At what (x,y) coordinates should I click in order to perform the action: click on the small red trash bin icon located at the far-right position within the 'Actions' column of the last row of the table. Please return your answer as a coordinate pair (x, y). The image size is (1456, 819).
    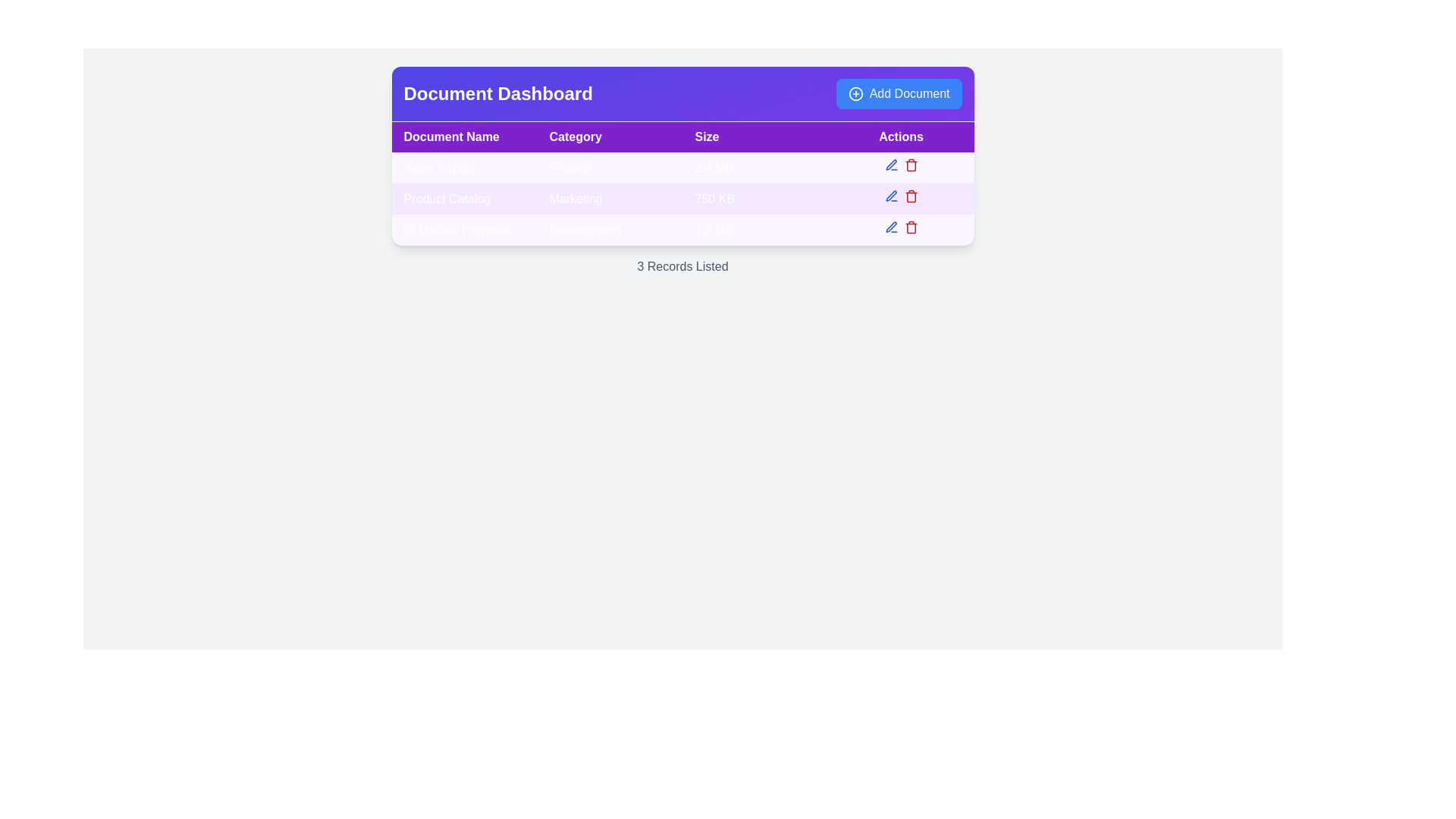
    Looking at the image, I should click on (910, 227).